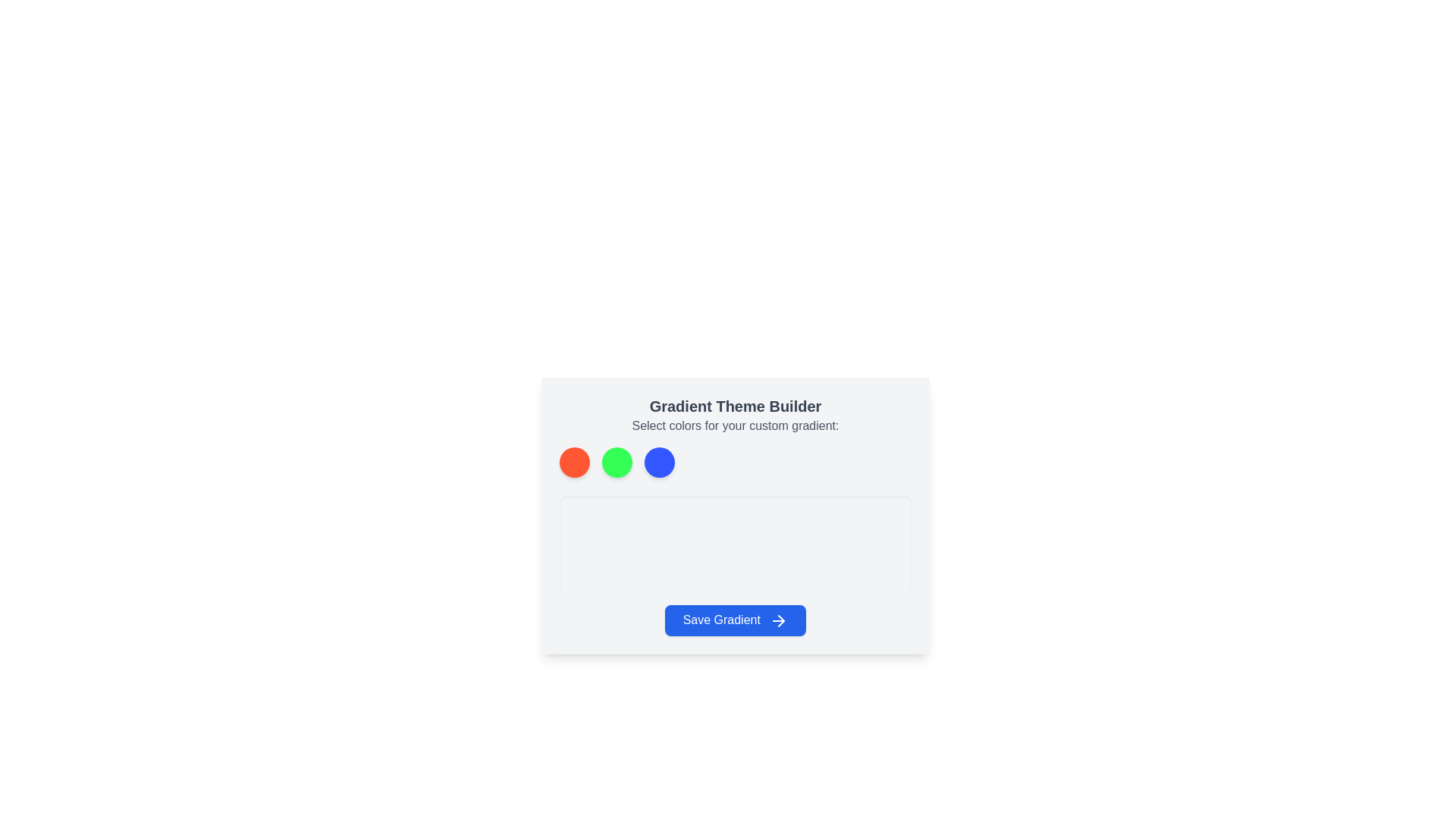 This screenshot has height=819, width=1456. Describe the element at coordinates (781, 620) in the screenshot. I see `the rightward arrow symbol within the 'Save Gradient' button, which has a bold stroke and sharp edges, located towards the right end of the text label area` at that location.